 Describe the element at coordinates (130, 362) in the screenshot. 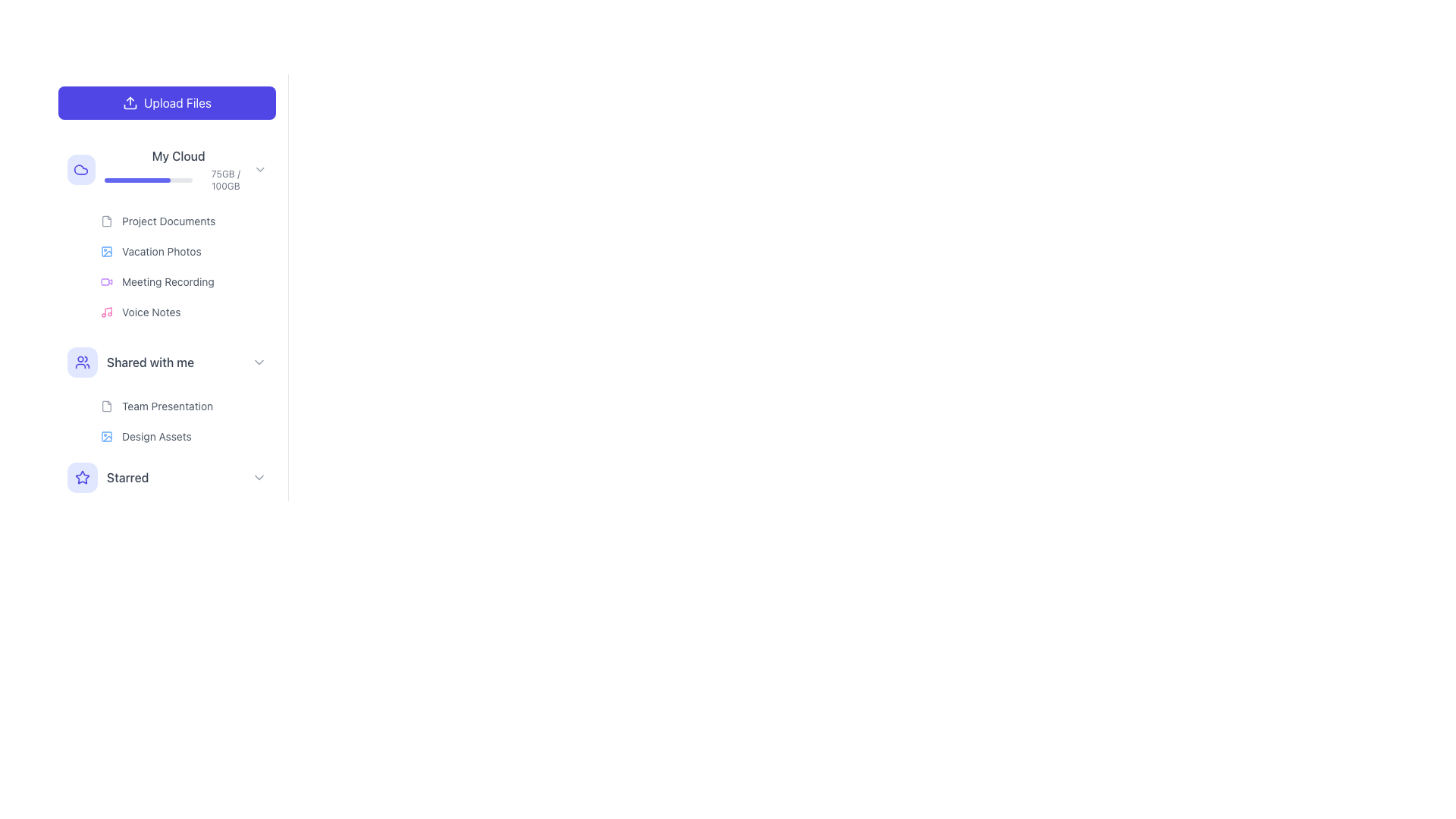

I see `the 'Shared with me' navigation menu item, which features a group icon with a blue circle background and clear text, located in the left sidebar below 'My Cloud'` at that location.